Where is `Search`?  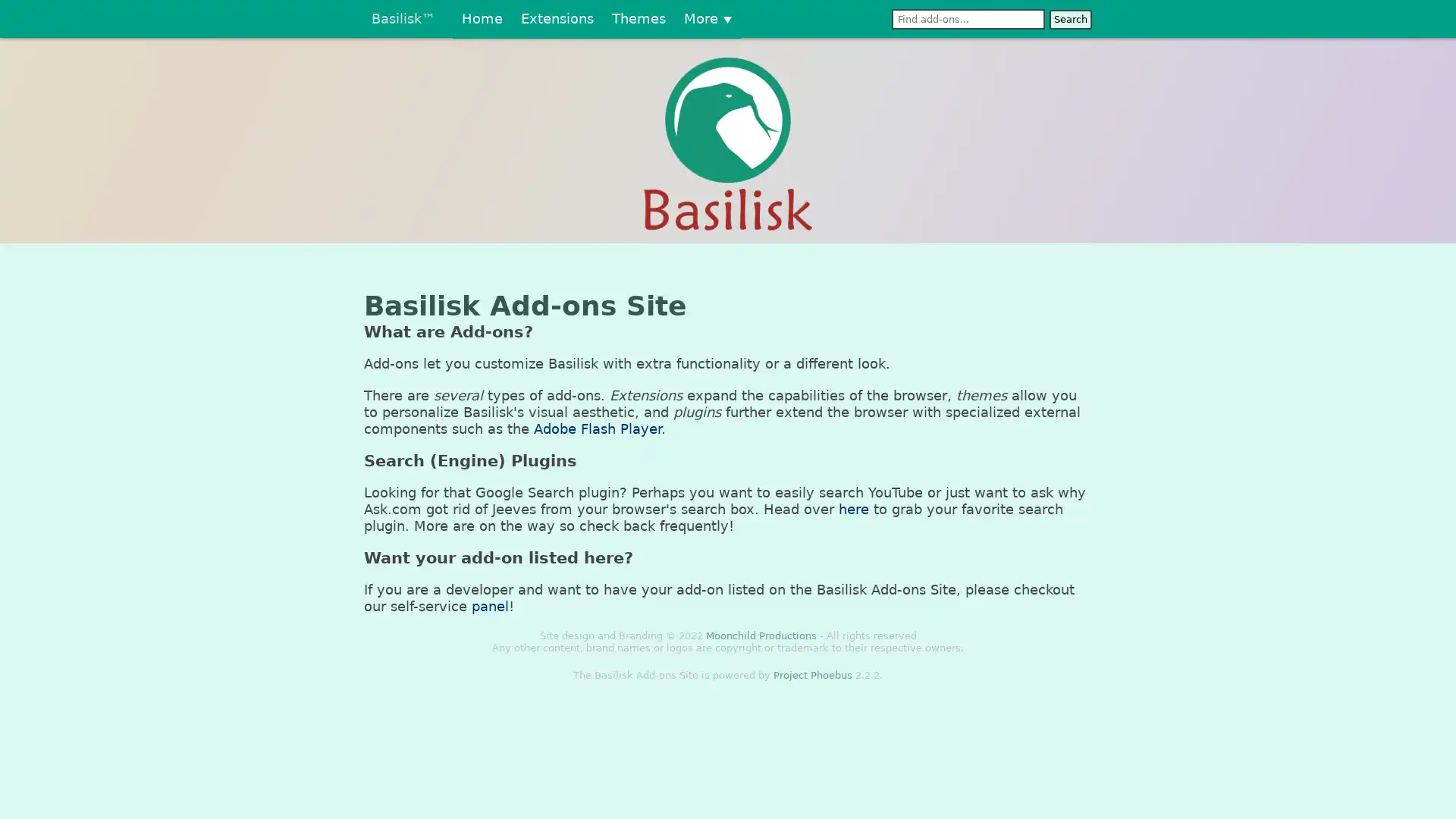 Search is located at coordinates (1069, 19).